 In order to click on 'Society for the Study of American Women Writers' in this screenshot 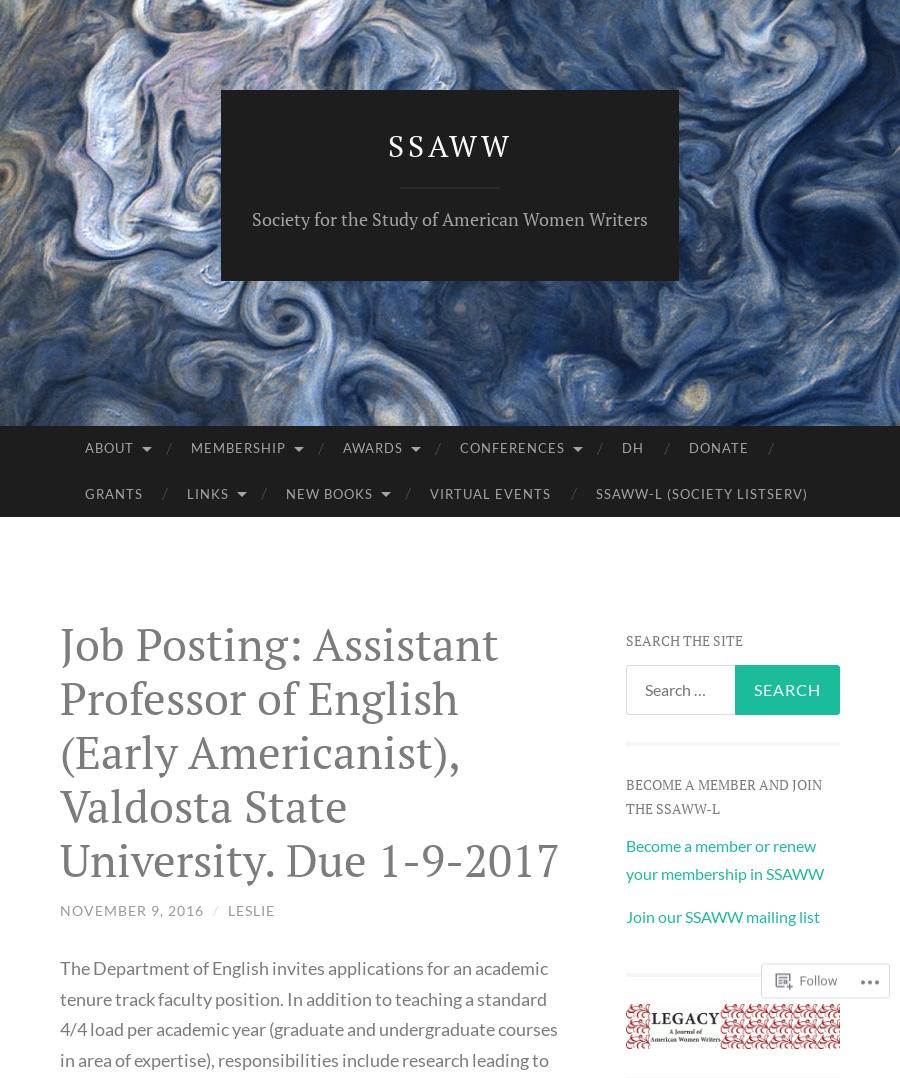, I will do `click(450, 219)`.